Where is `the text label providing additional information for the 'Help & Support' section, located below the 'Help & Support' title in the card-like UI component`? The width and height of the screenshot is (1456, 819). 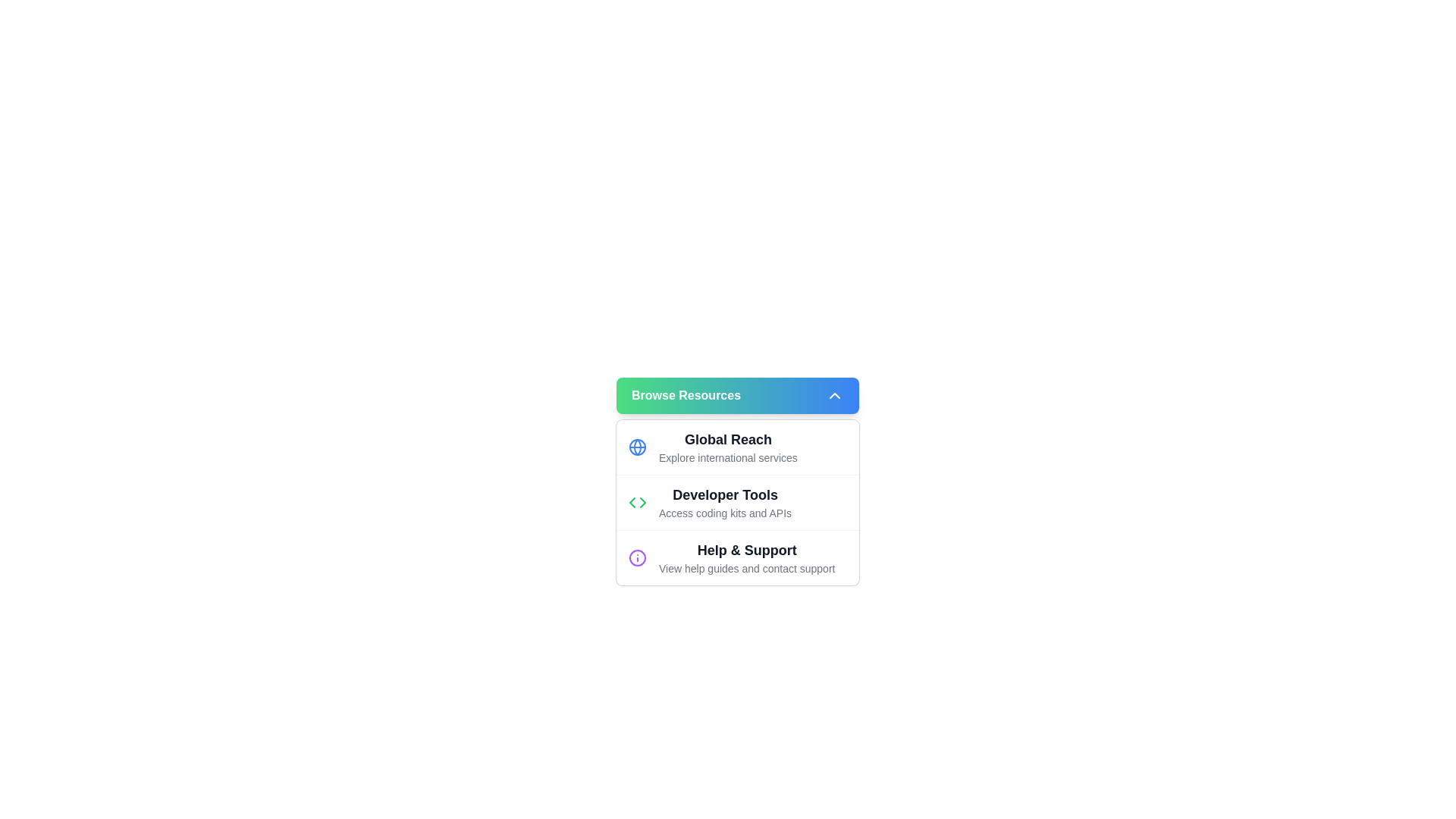
the text label providing additional information for the 'Help & Support' section, located below the 'Help & Support' title in the card-like UI component is located at coordinates (747, 568).